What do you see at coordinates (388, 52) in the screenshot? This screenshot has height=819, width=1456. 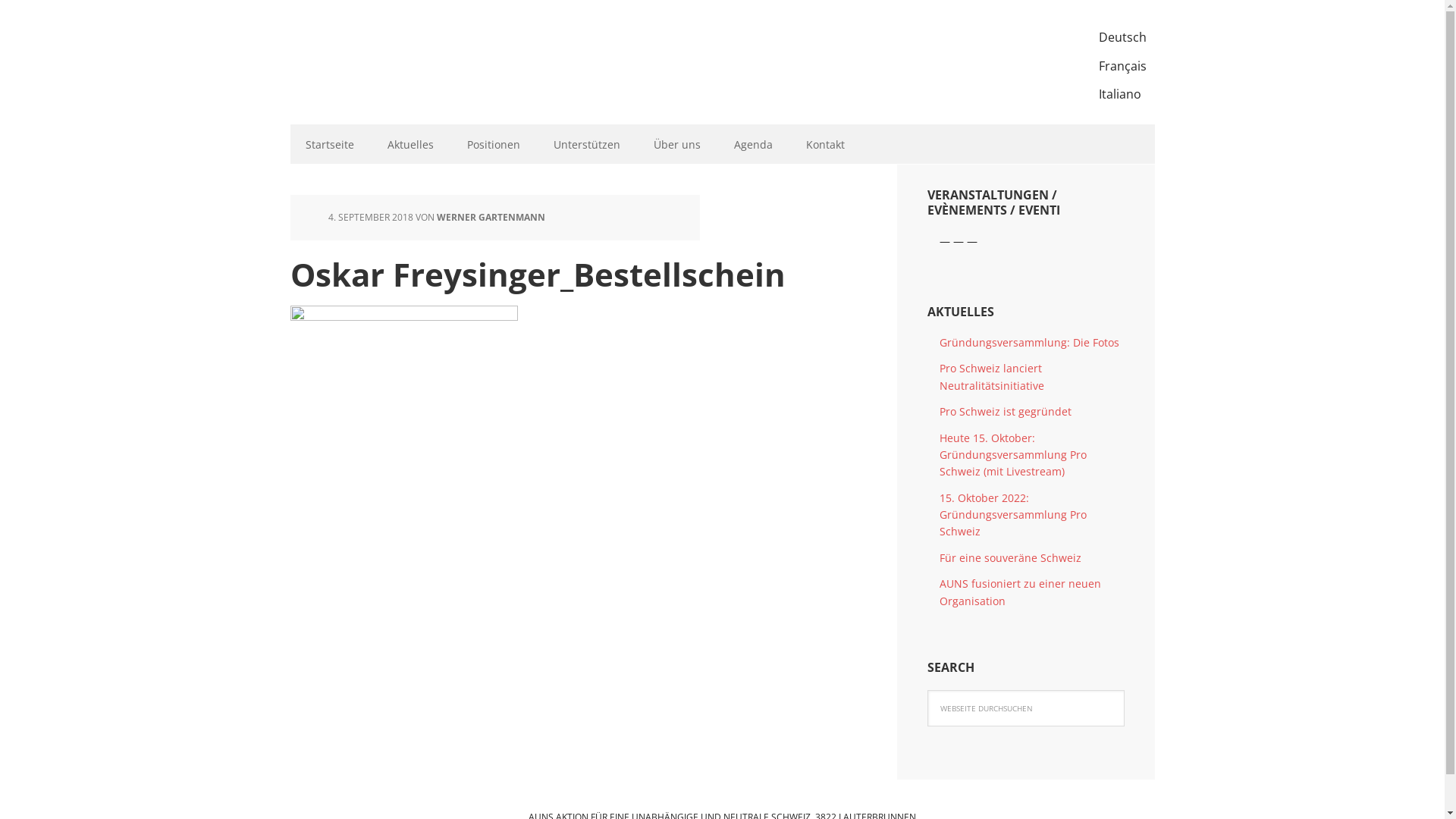 I see `'AUNS'` at bounding box center [388, 52].